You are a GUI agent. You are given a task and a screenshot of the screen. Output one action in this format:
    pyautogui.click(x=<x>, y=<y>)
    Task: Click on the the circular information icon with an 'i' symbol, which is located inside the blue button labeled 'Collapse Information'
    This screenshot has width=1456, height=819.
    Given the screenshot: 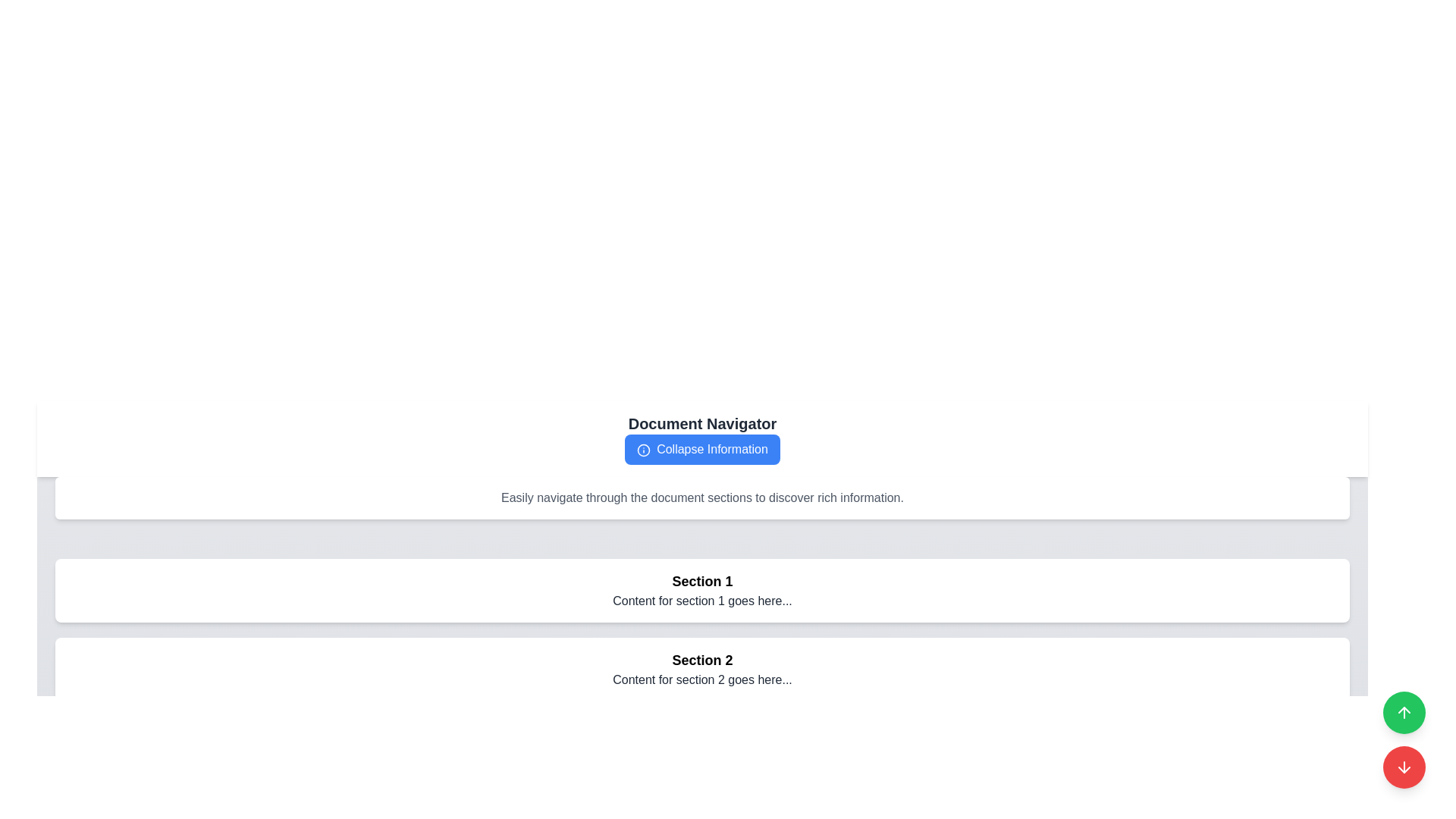 What is the action you would take?
    pyautogui.click(x=644, y=449)
    